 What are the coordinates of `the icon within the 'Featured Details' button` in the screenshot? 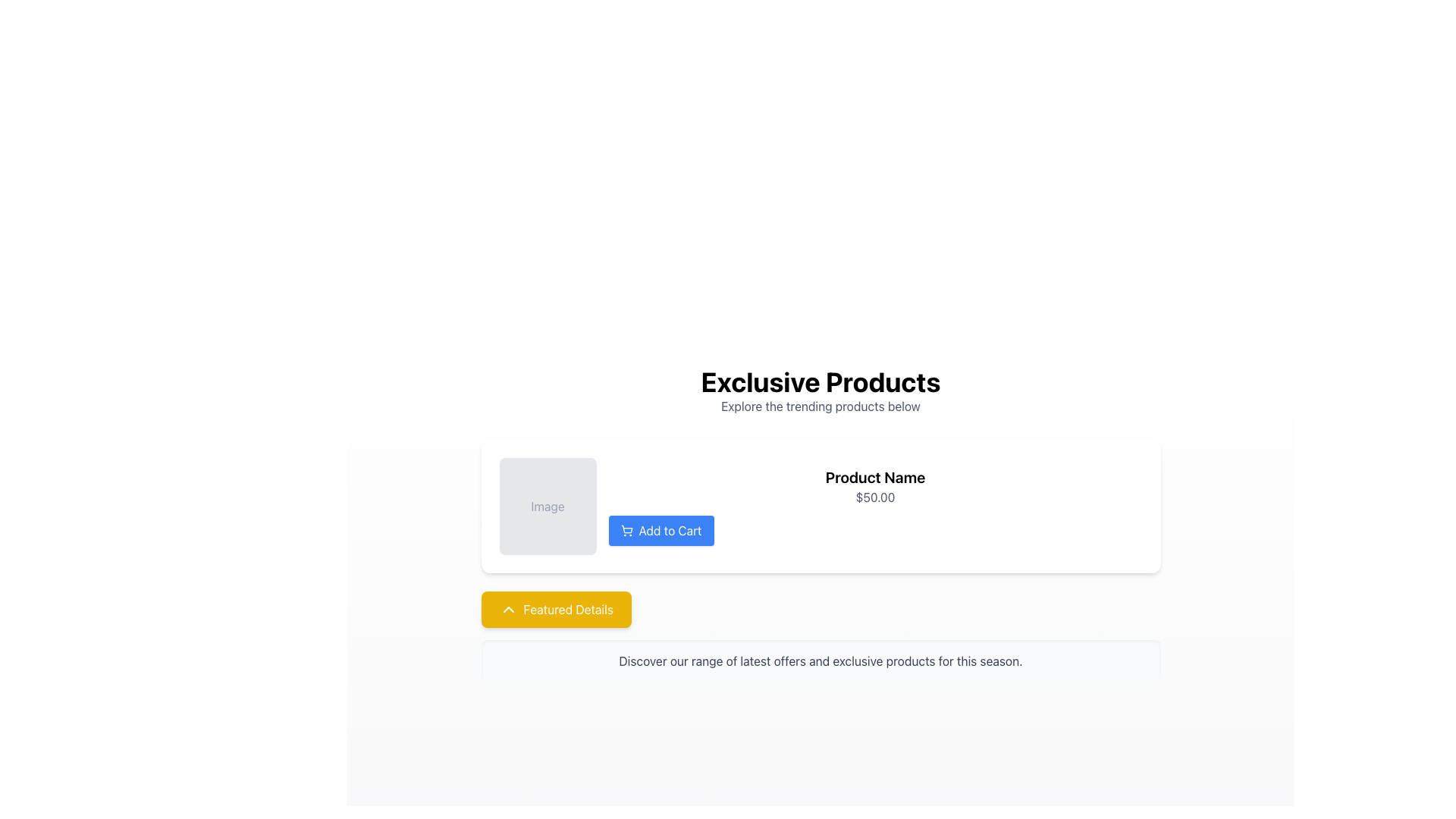 It's located at (508, 608).